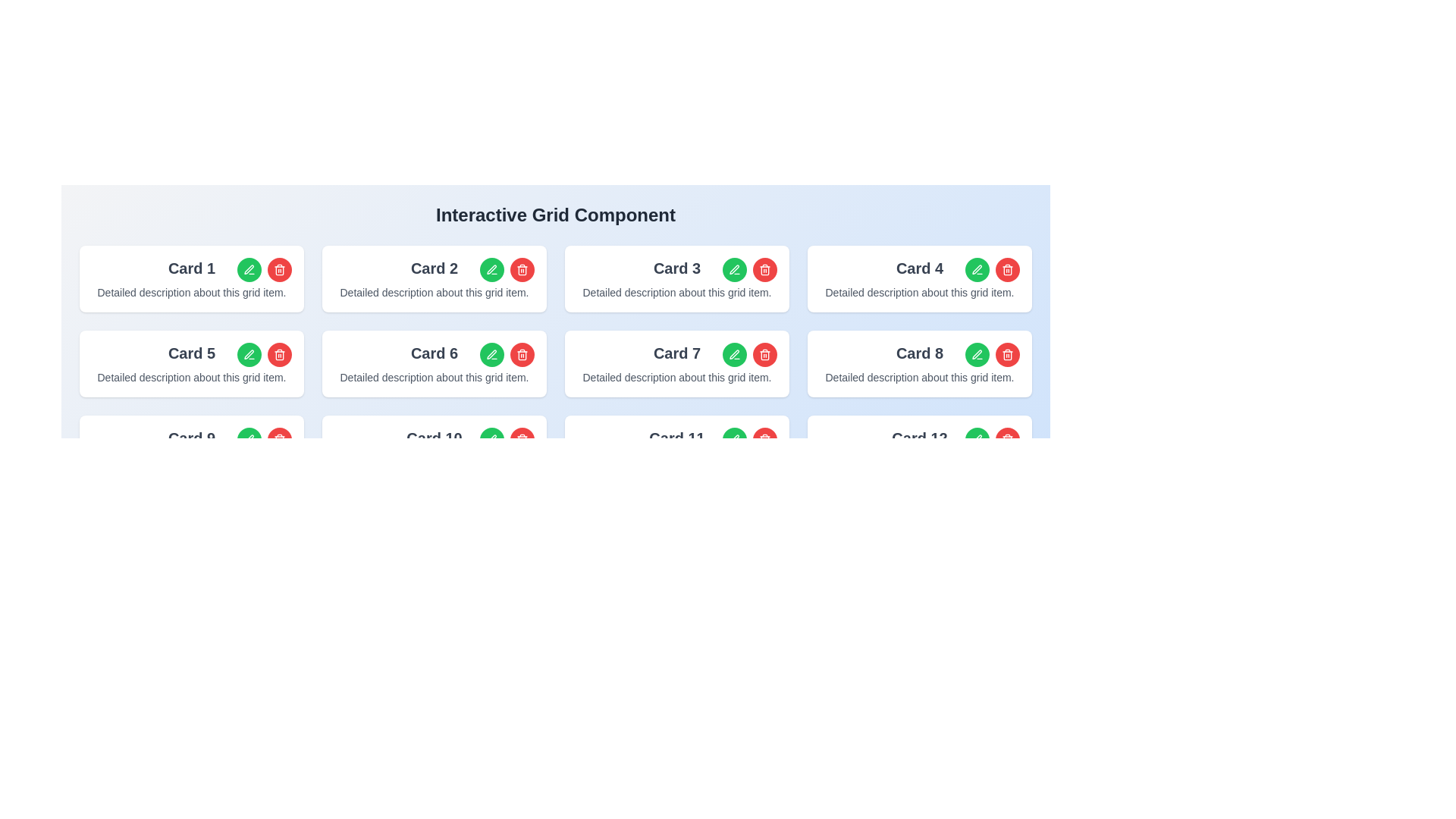 This screenshot has height=819, width=1456. What do you see at coordinates (522, 356) in the screenshot?
I see `the trash icon located within the card labeled 'Card 2'` at bounding box center [522, 356].